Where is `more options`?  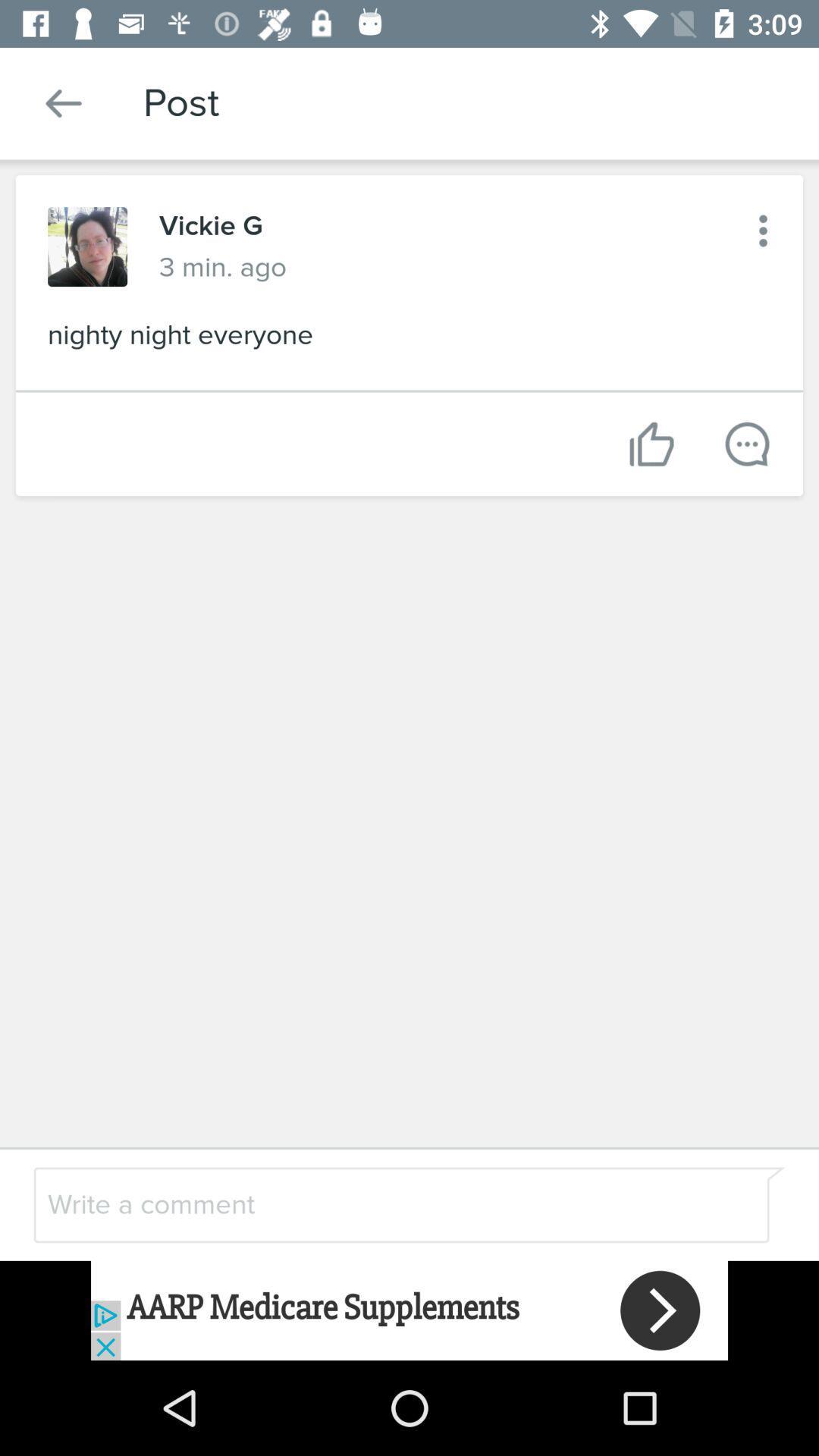
more options is located at coordinates (763, 230).